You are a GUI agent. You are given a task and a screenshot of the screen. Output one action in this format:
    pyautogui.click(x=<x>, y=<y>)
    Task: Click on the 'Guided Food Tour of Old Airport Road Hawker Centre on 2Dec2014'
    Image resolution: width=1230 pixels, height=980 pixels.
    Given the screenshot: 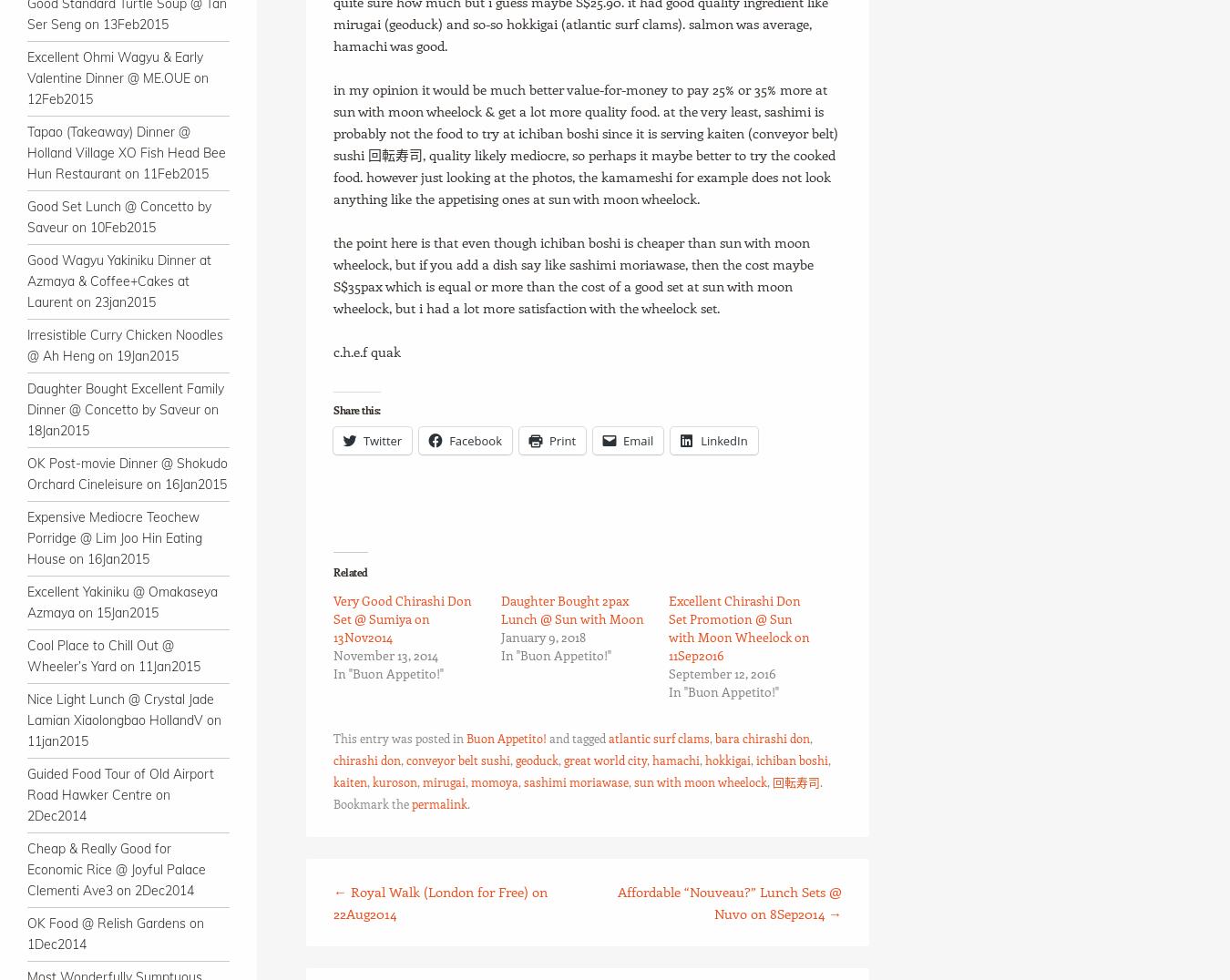 What is the action you would take?
    pyautogui.click(x=120, y=794)
    